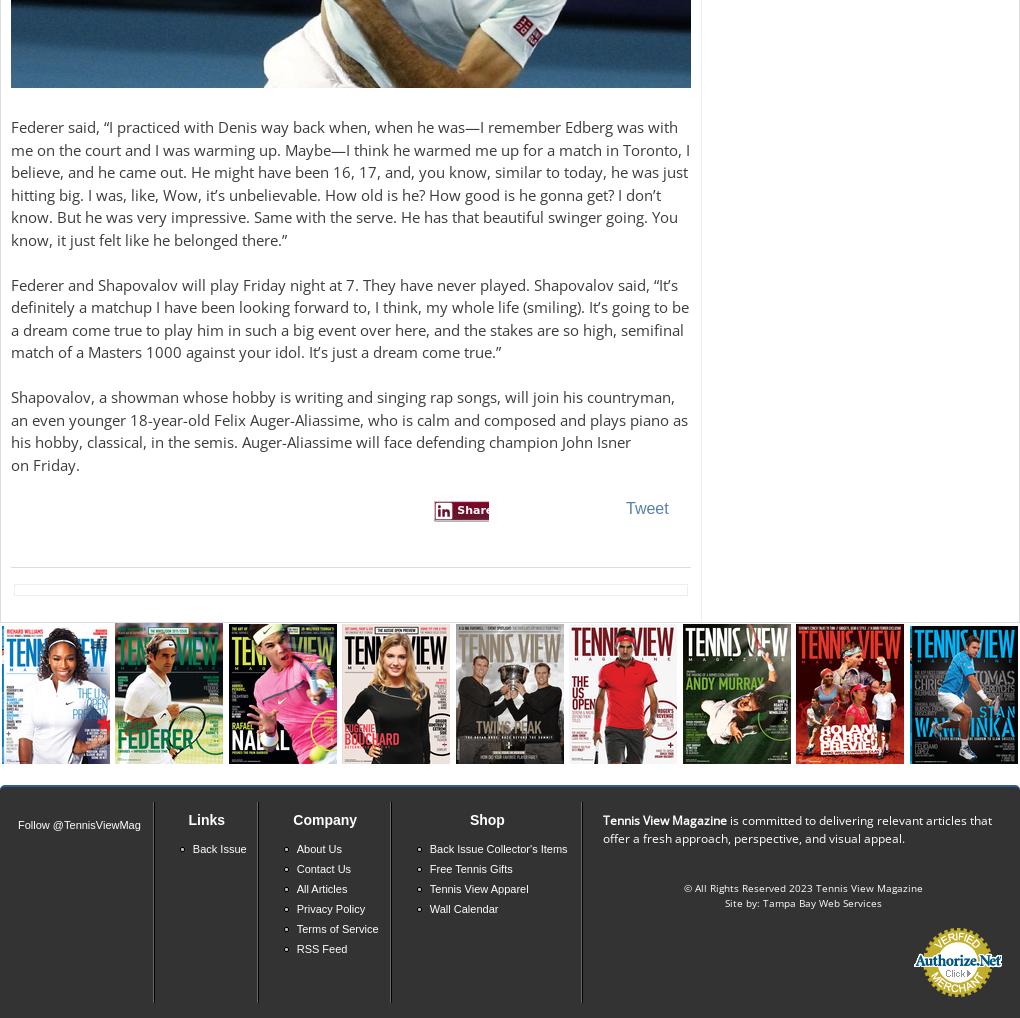  I want to click on 'Federer and Shapovalov will play Friday night at', so click(10, 284).